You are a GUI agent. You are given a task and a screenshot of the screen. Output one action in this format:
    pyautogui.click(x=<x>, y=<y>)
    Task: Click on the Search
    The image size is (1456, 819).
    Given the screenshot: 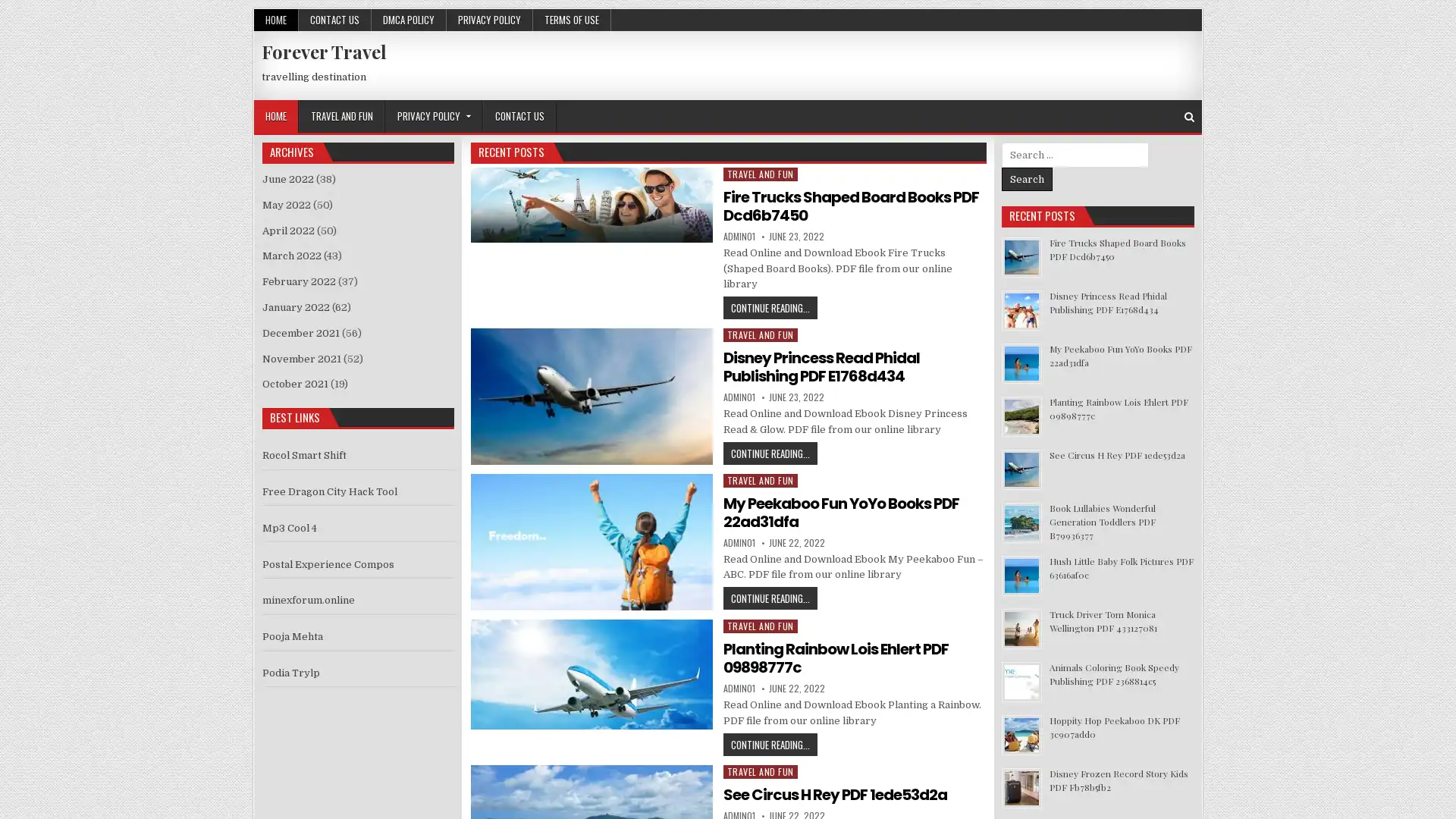 What is the action you would take?
    pyautogui.click(x=1027, y=178)
    